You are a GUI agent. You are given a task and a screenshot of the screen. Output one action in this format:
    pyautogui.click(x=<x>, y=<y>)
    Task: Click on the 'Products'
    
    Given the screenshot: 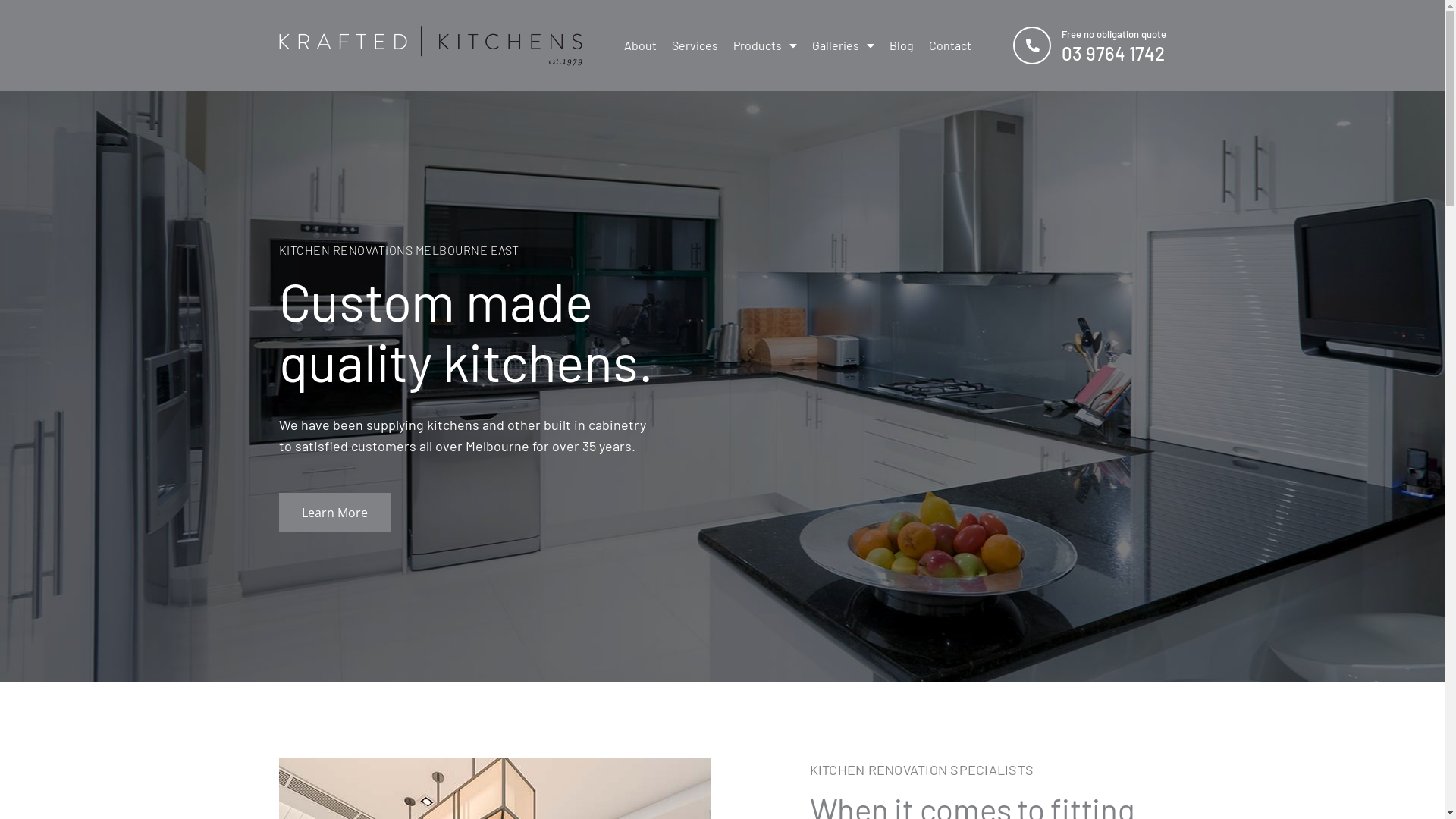 What is the action you would take?
    pyautogui.click(x=764, y=45)
    